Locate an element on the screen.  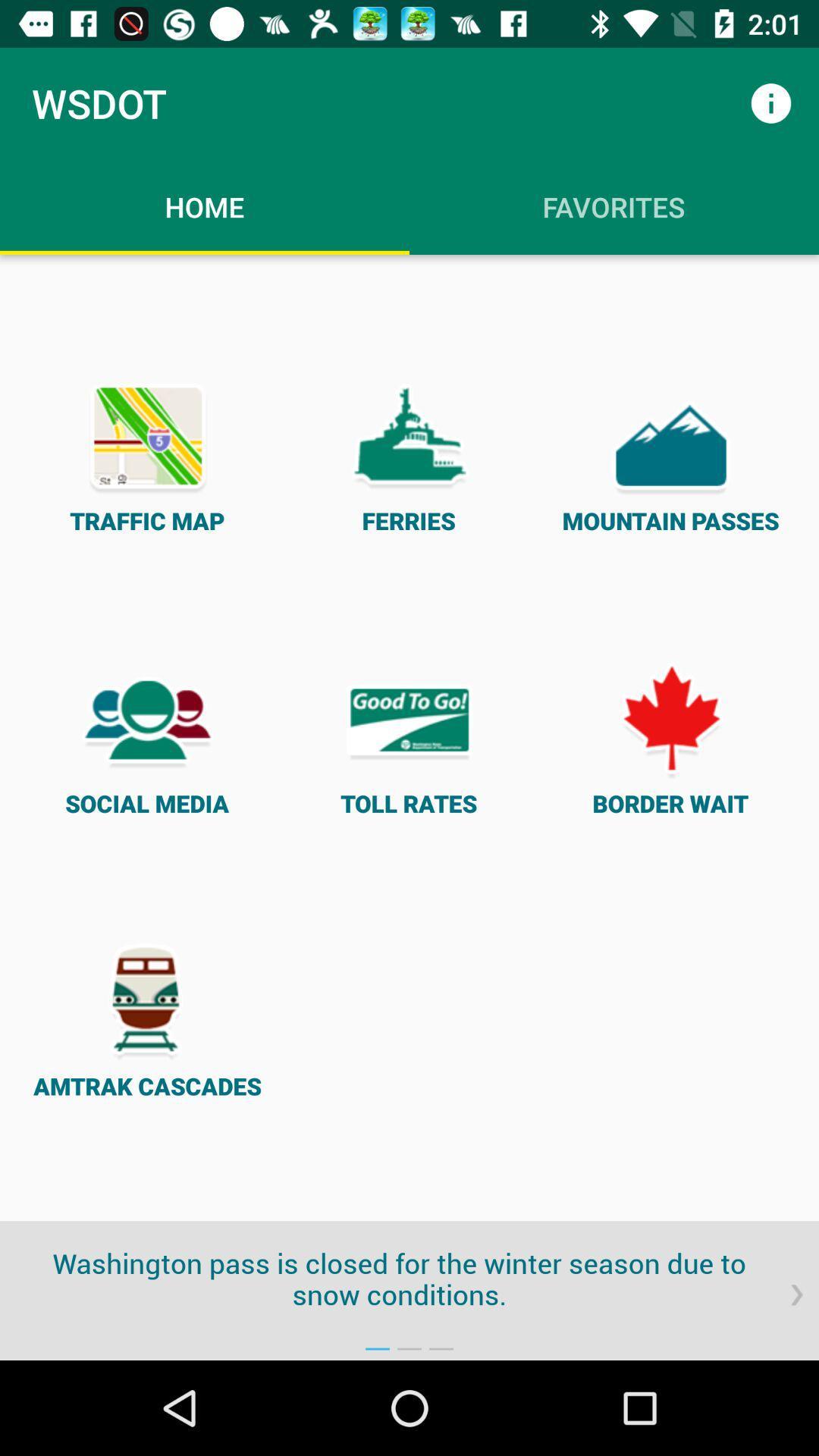
icon next to wsdot item is located at coordinates (771, 102).